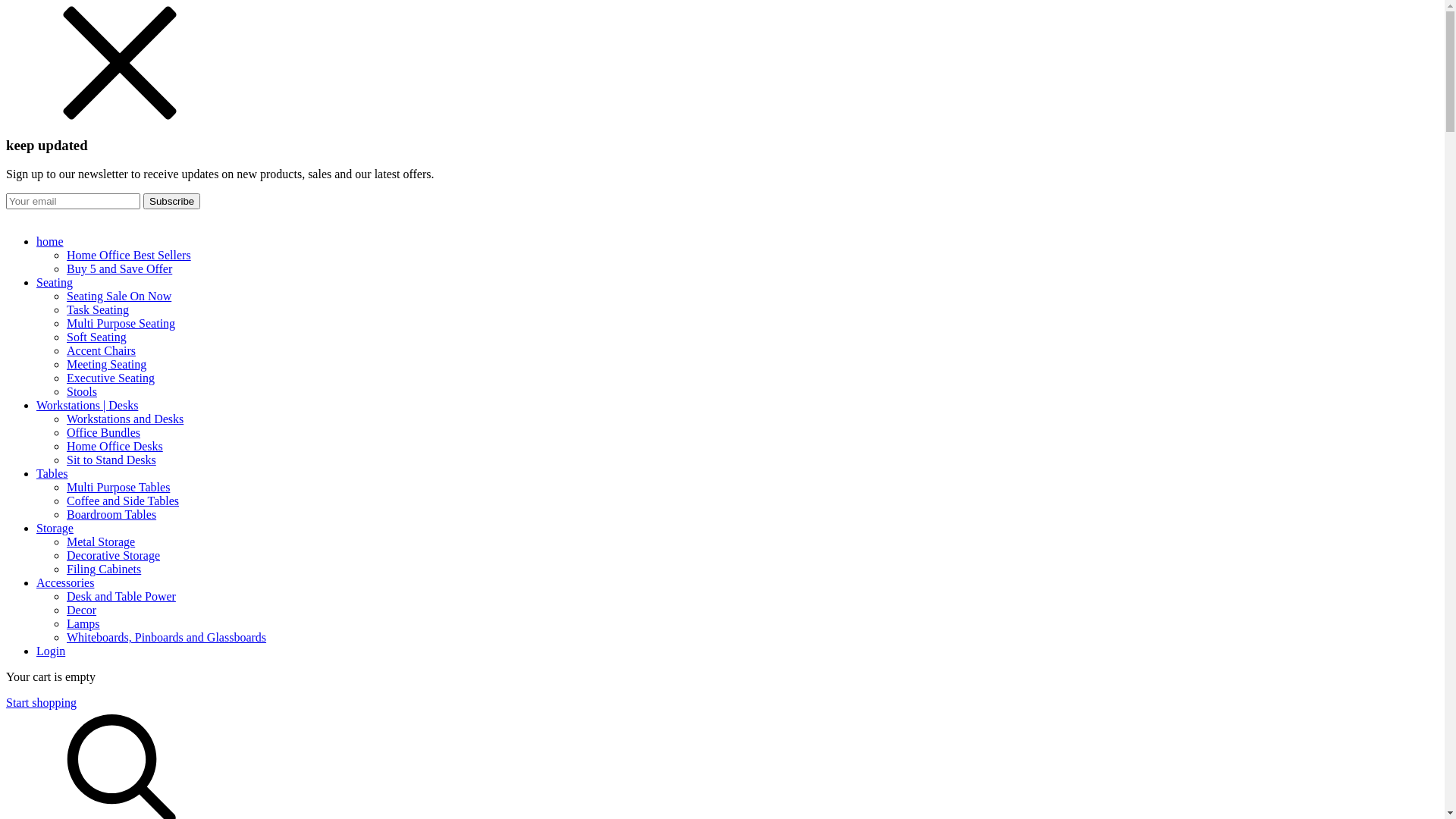  I want to click on 'Filing Cabinets', so click(103, 569).